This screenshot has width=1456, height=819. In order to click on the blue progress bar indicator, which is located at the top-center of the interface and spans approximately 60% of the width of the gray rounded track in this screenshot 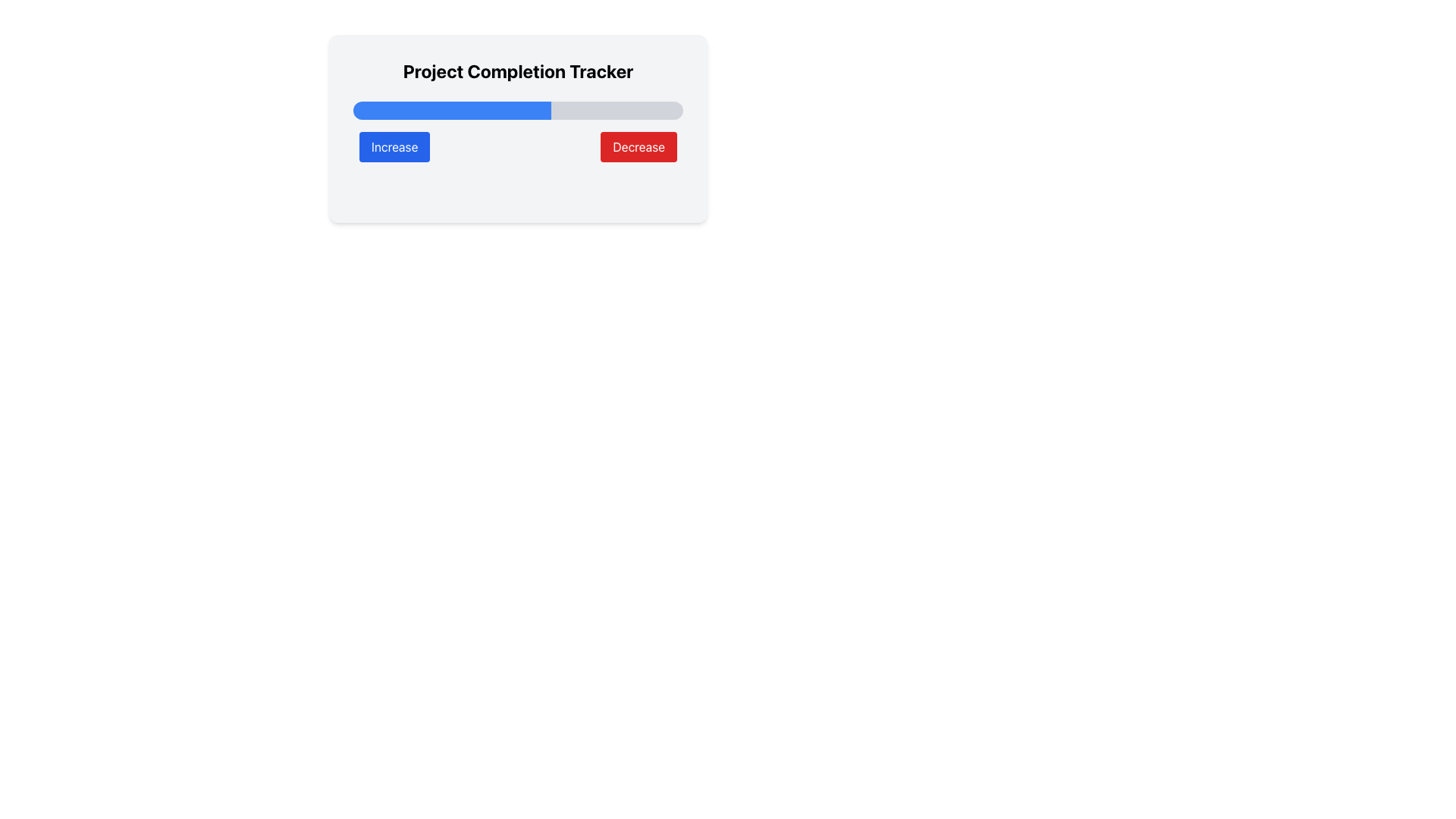, I will do `click(451, 110)`.